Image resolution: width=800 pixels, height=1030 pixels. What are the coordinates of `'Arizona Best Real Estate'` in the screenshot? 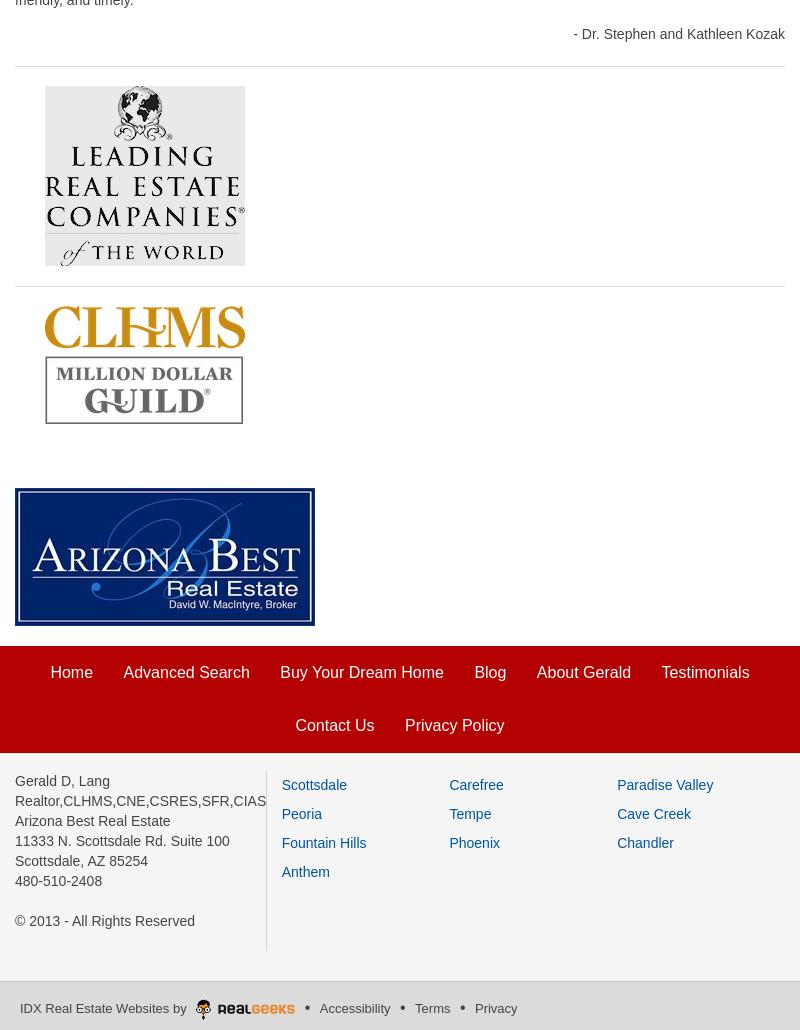 It's located at (92, 818).